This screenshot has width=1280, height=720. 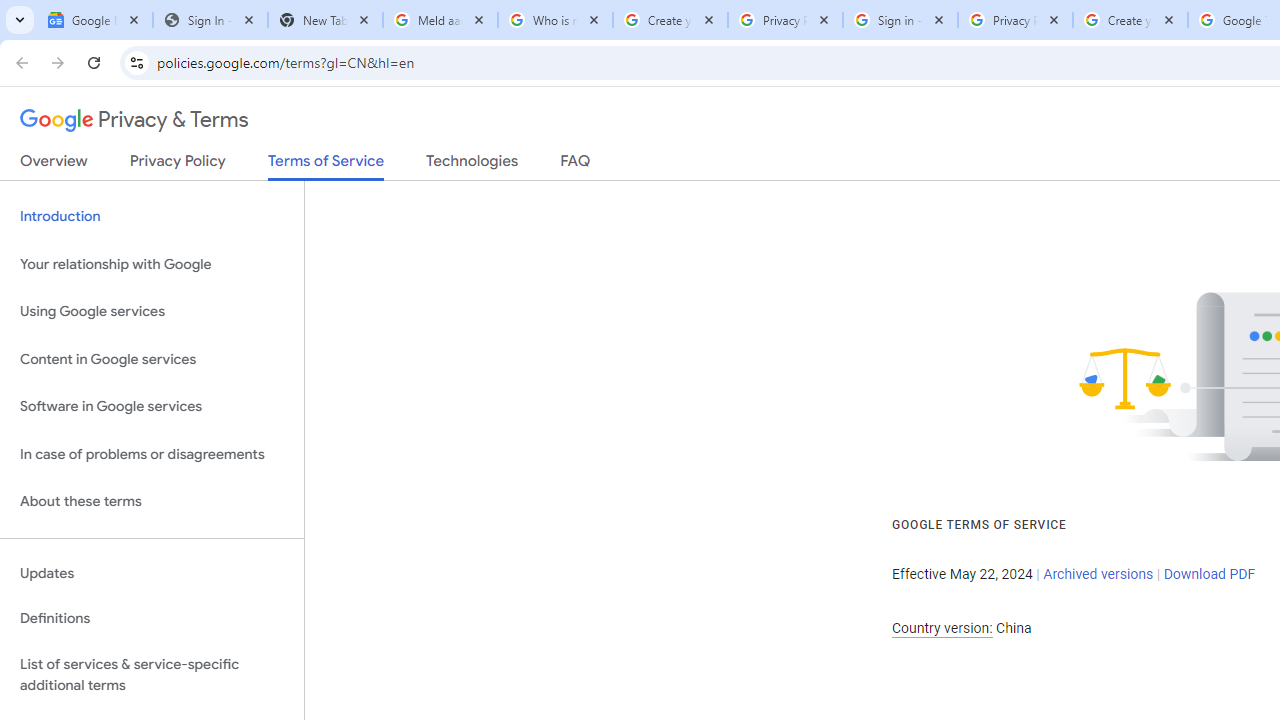 I want to click on 'Country version:', so click(x=941, y=627).